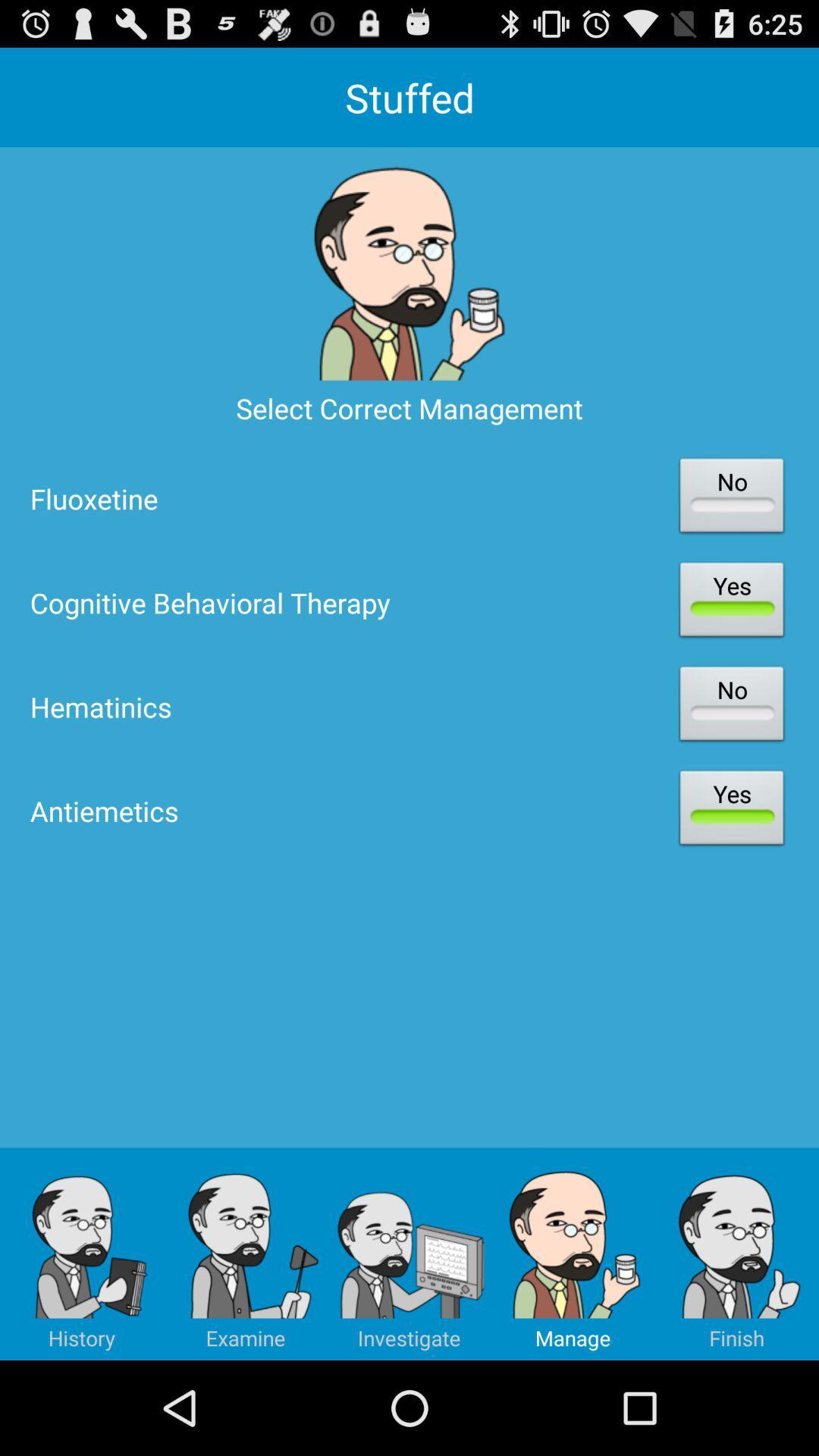 Image resolution: width=819 pixels, height=1456 pixels. What do you see at coordinates (736, 1254) in the screenshot?
I see `app below antiemetics` at bounding box center [736, 1254].